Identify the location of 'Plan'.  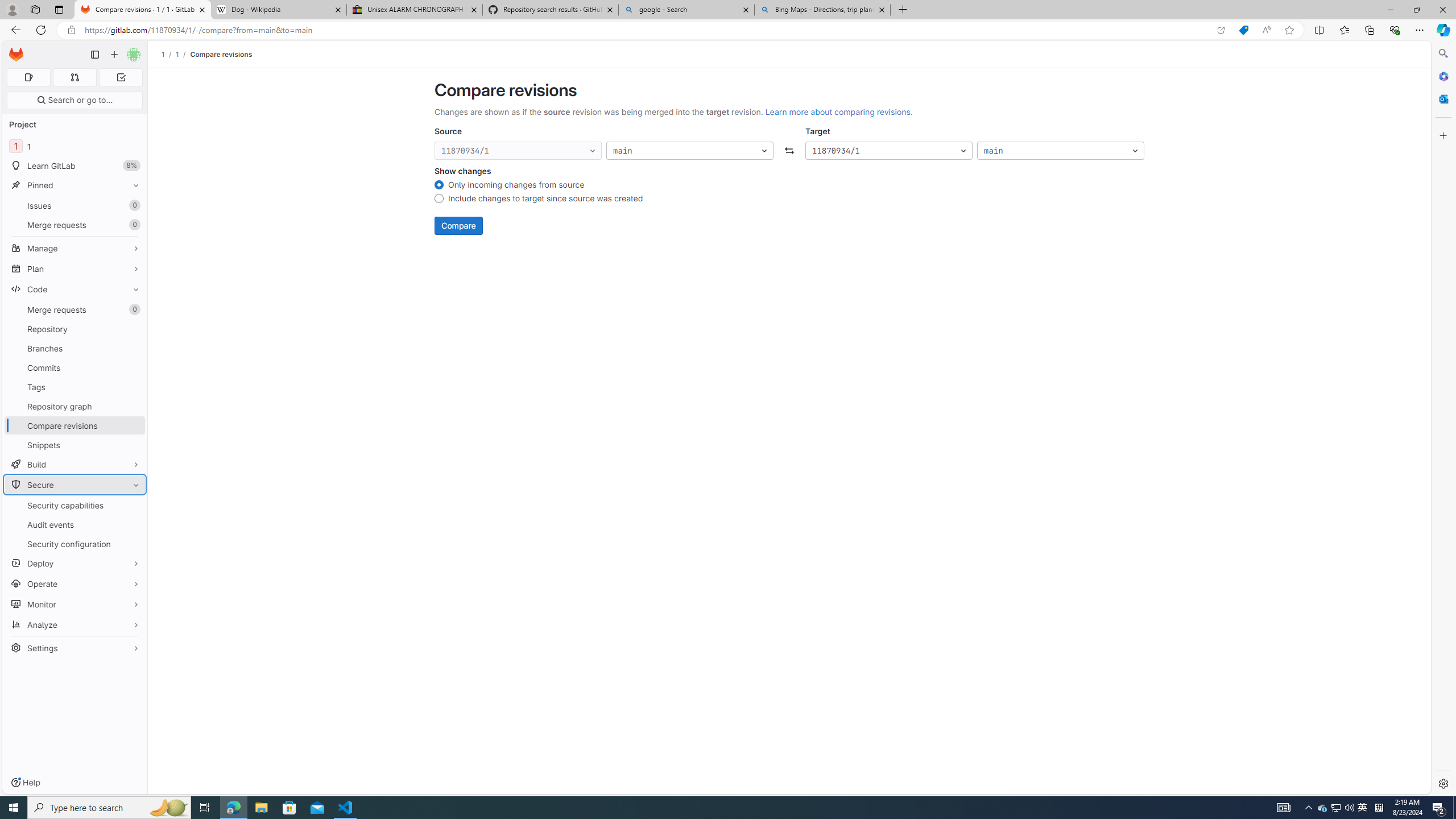
(74, 268).